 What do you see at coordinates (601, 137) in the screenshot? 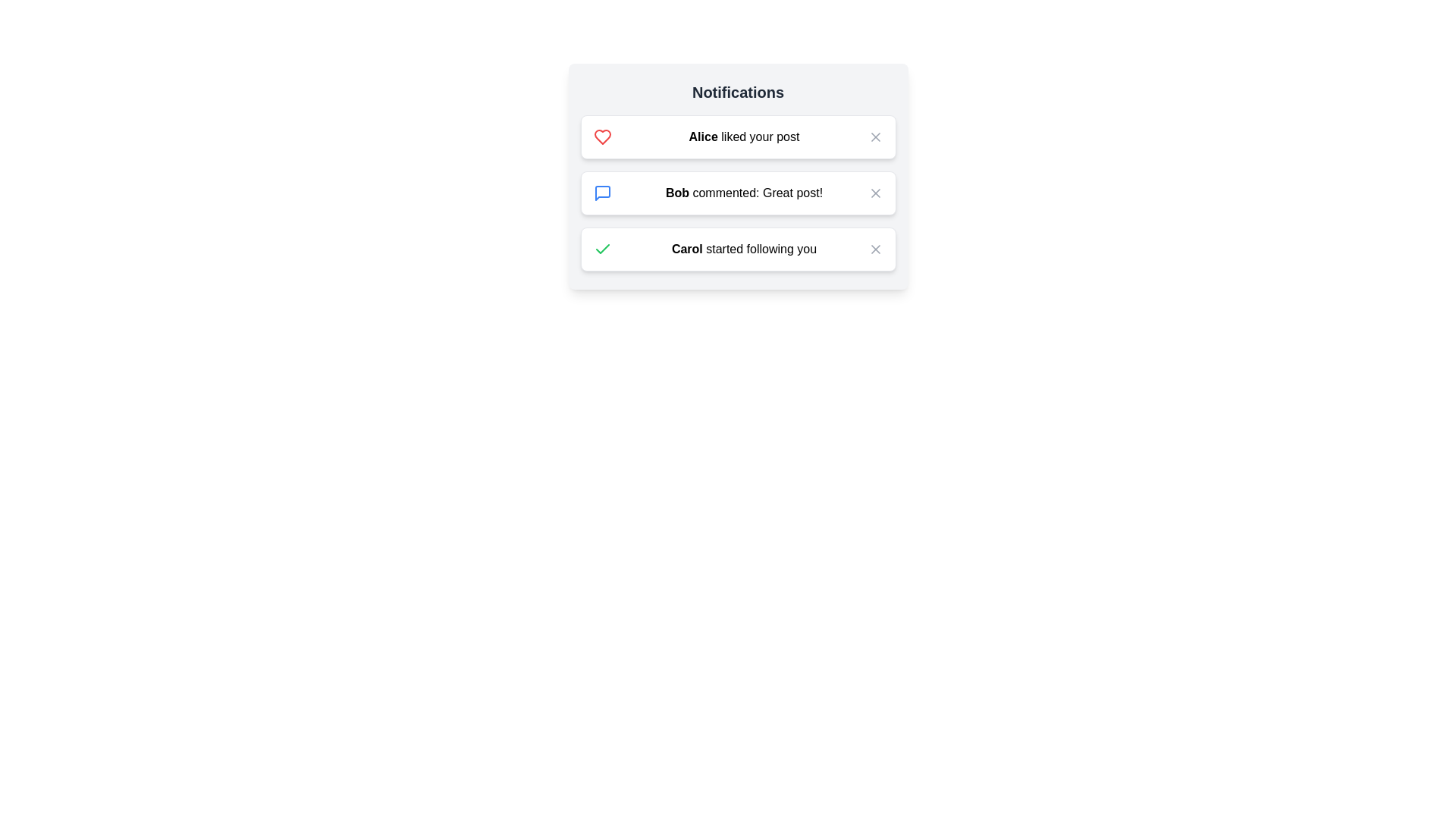
I see `'like' icon located at the top-left corner of the 'Alice liked your post' notification card, positioned to the left of the notification text` at bounding box center [601, 137].